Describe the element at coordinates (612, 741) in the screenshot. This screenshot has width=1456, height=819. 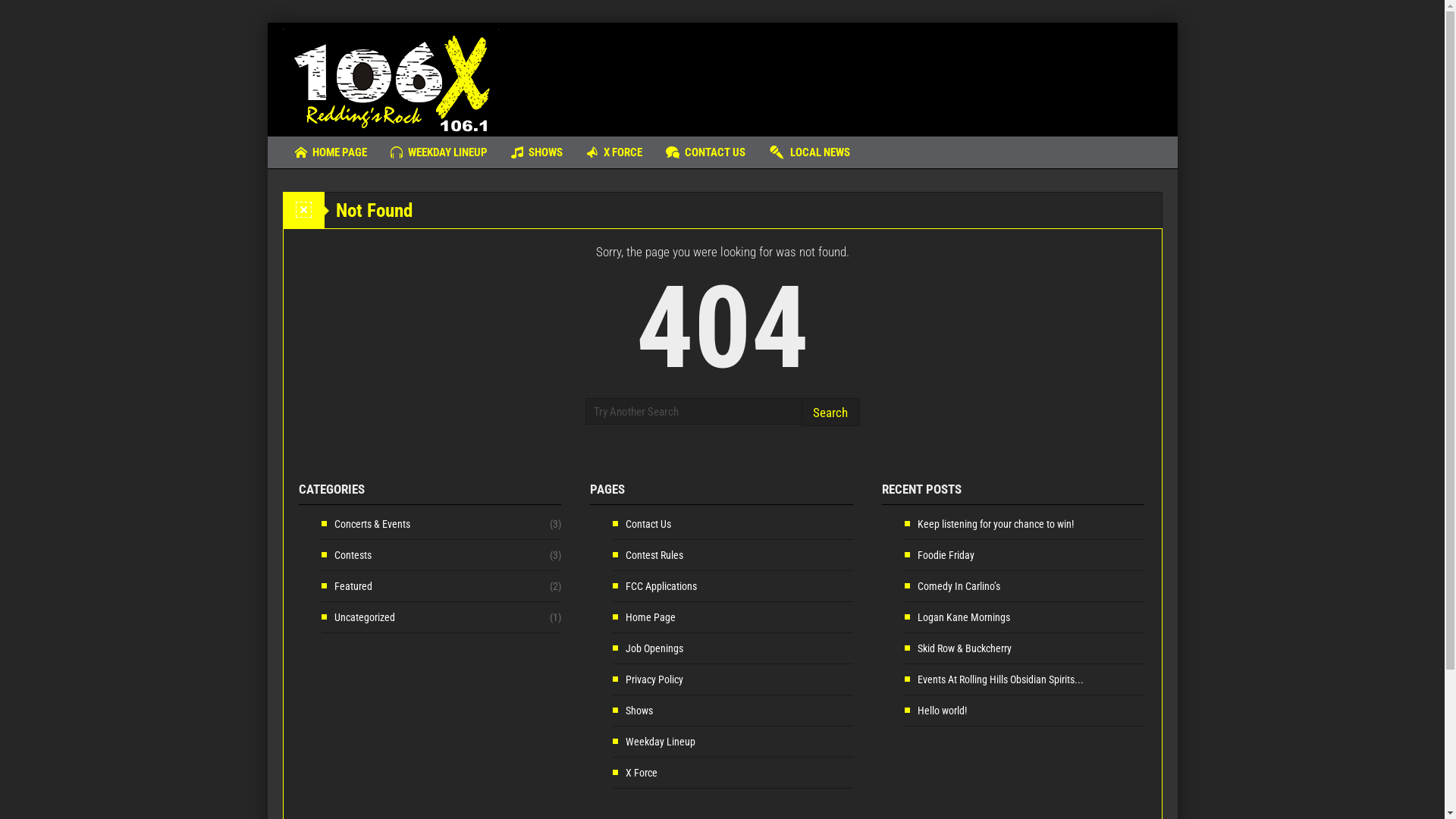
I see `'Weekday Lineup'` at that location.